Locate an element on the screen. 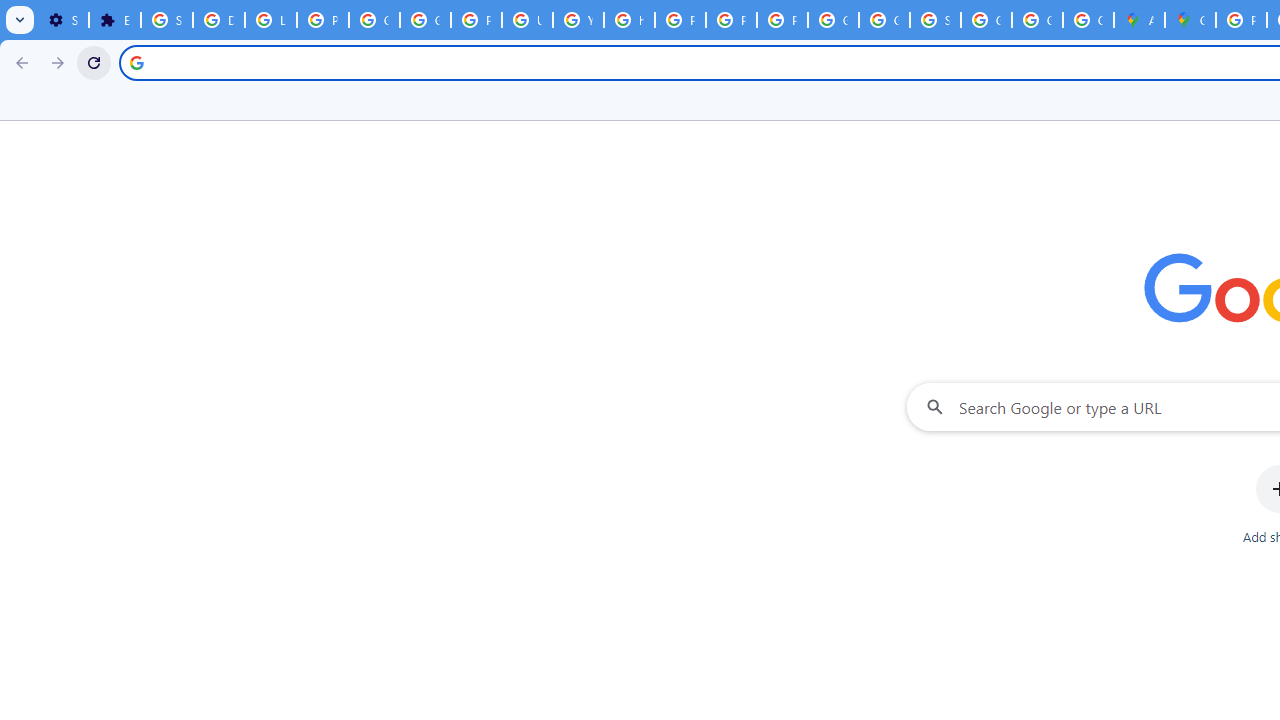 Image resolution: width=1280 pixels, height=720 pixels. 'https://scholar.google.com/' is located at coordinates (628, 20).